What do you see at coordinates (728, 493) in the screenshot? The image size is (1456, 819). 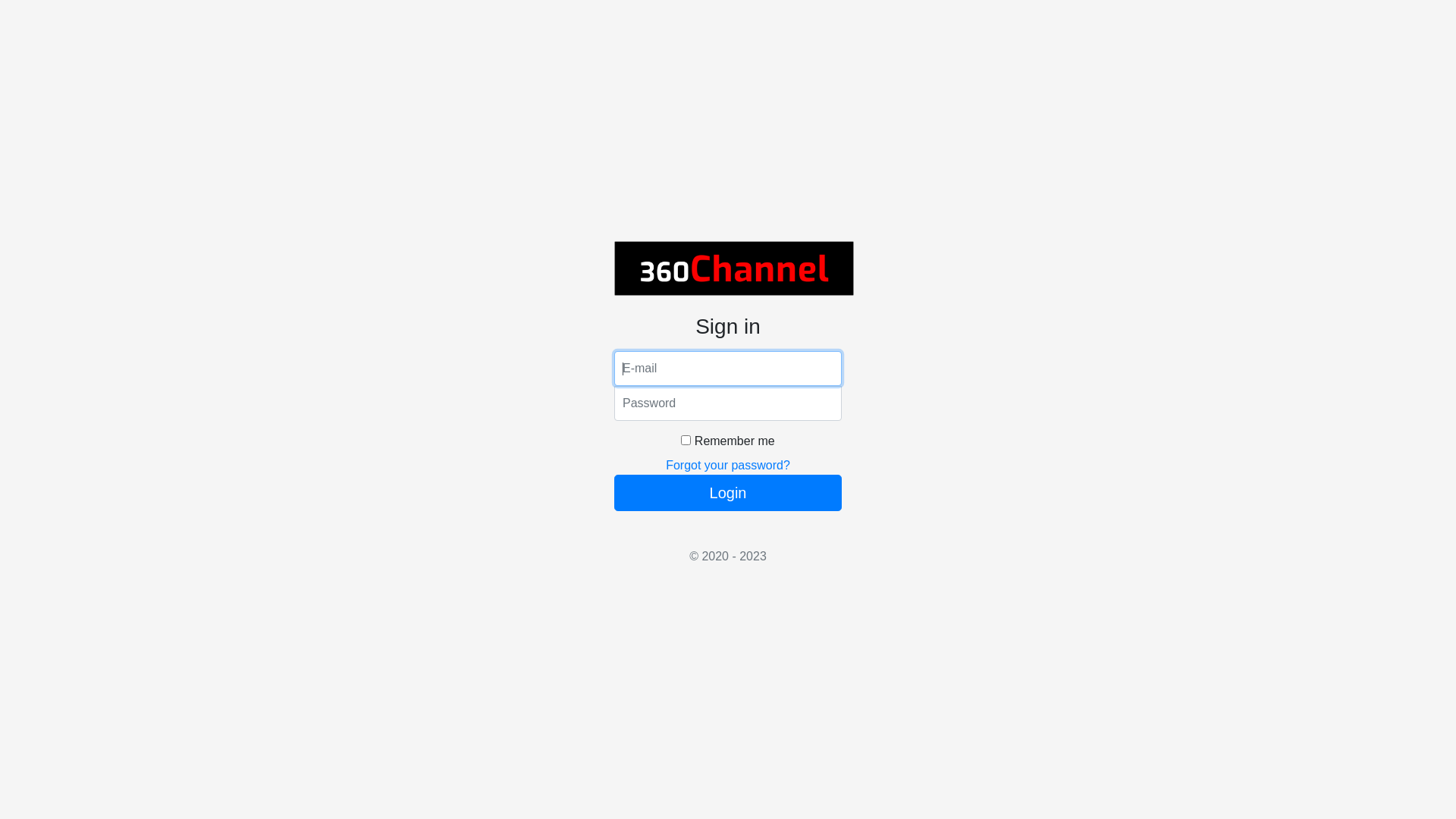 I see `'Login'` at bounding box center [728, 493].